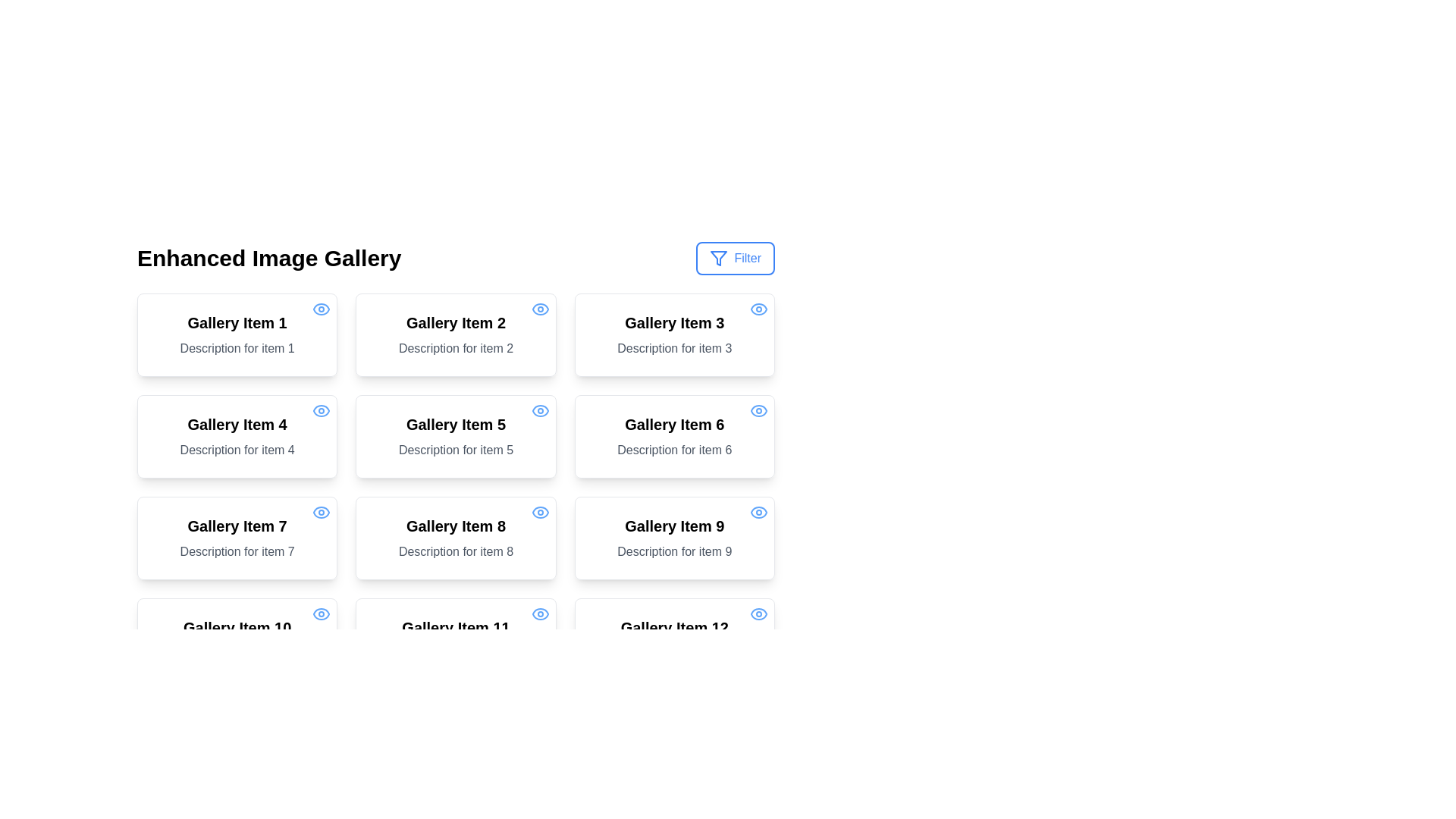  What do you see at coordinates (759, 411) in the screenshot?
I see `the visibility icon located in the top-right corner of the card labeled 'Gallery Item 6' to interact with its functionality` at bounding box center [759, 411].